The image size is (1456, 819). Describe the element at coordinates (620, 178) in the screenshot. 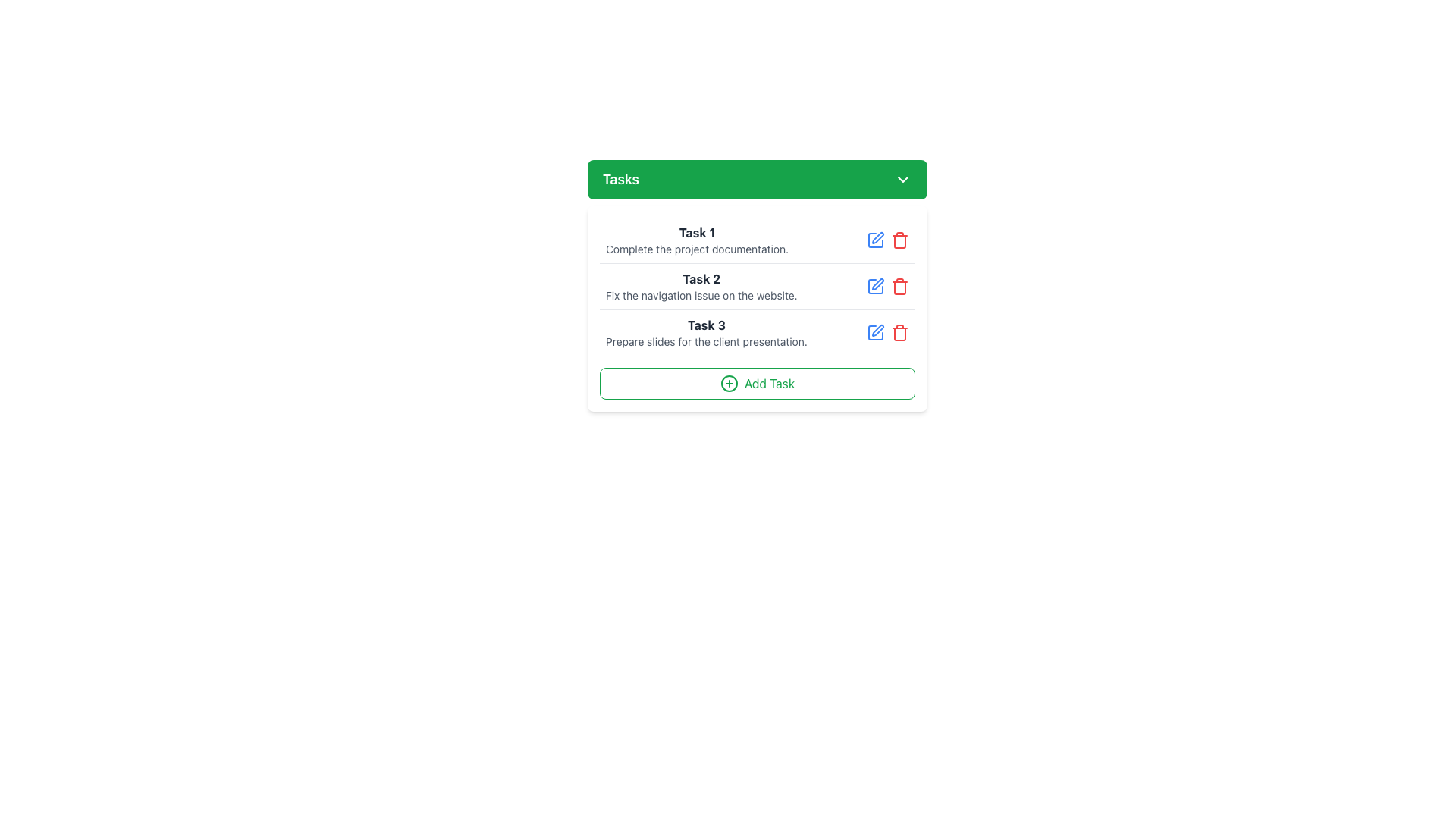

I see `text content of the 'Tasks' label located in the green header bar at the top of the card-like layout` at that location.